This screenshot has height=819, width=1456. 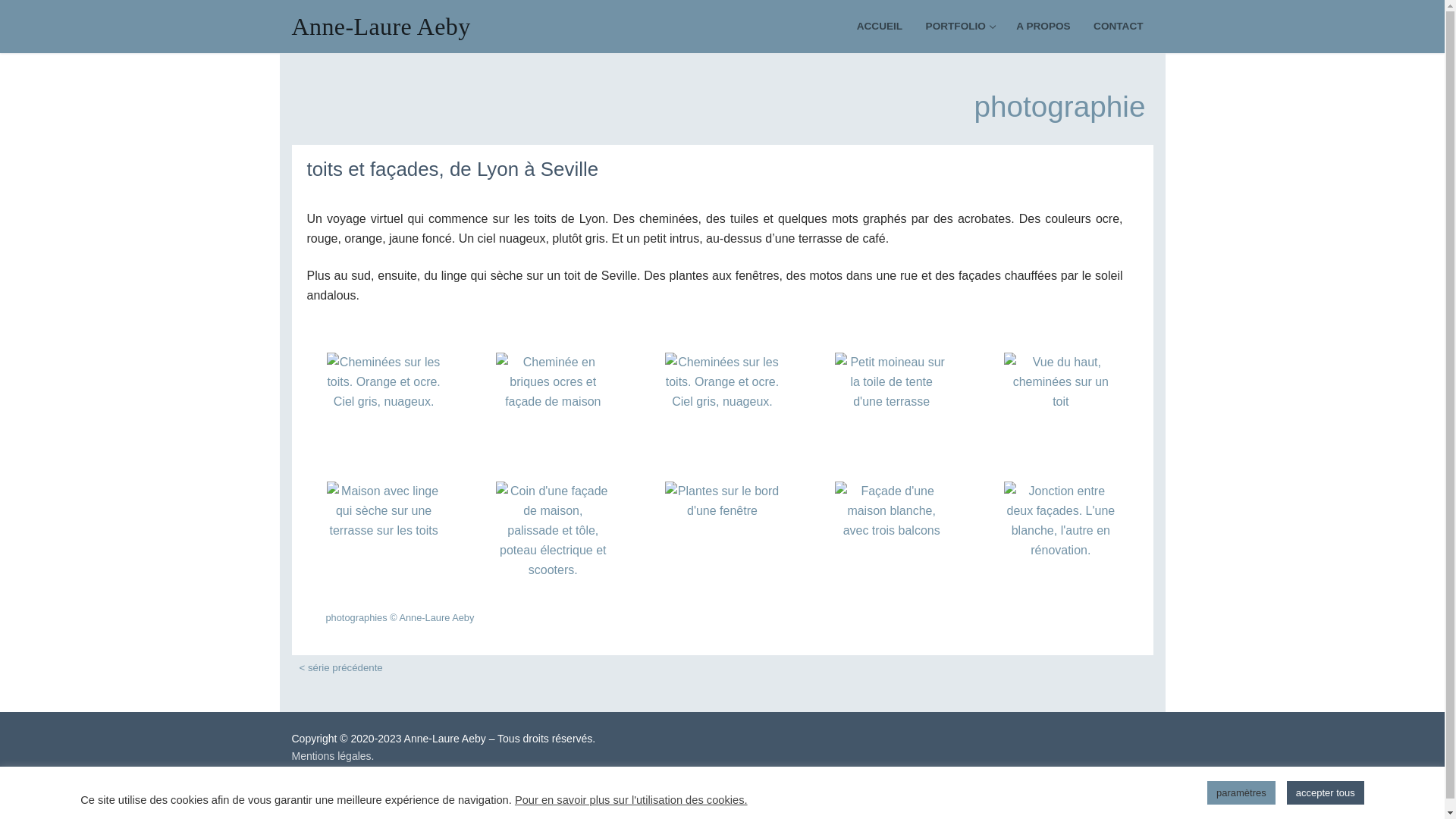 I want to click on 'Customify', so click(x=353, y=773).